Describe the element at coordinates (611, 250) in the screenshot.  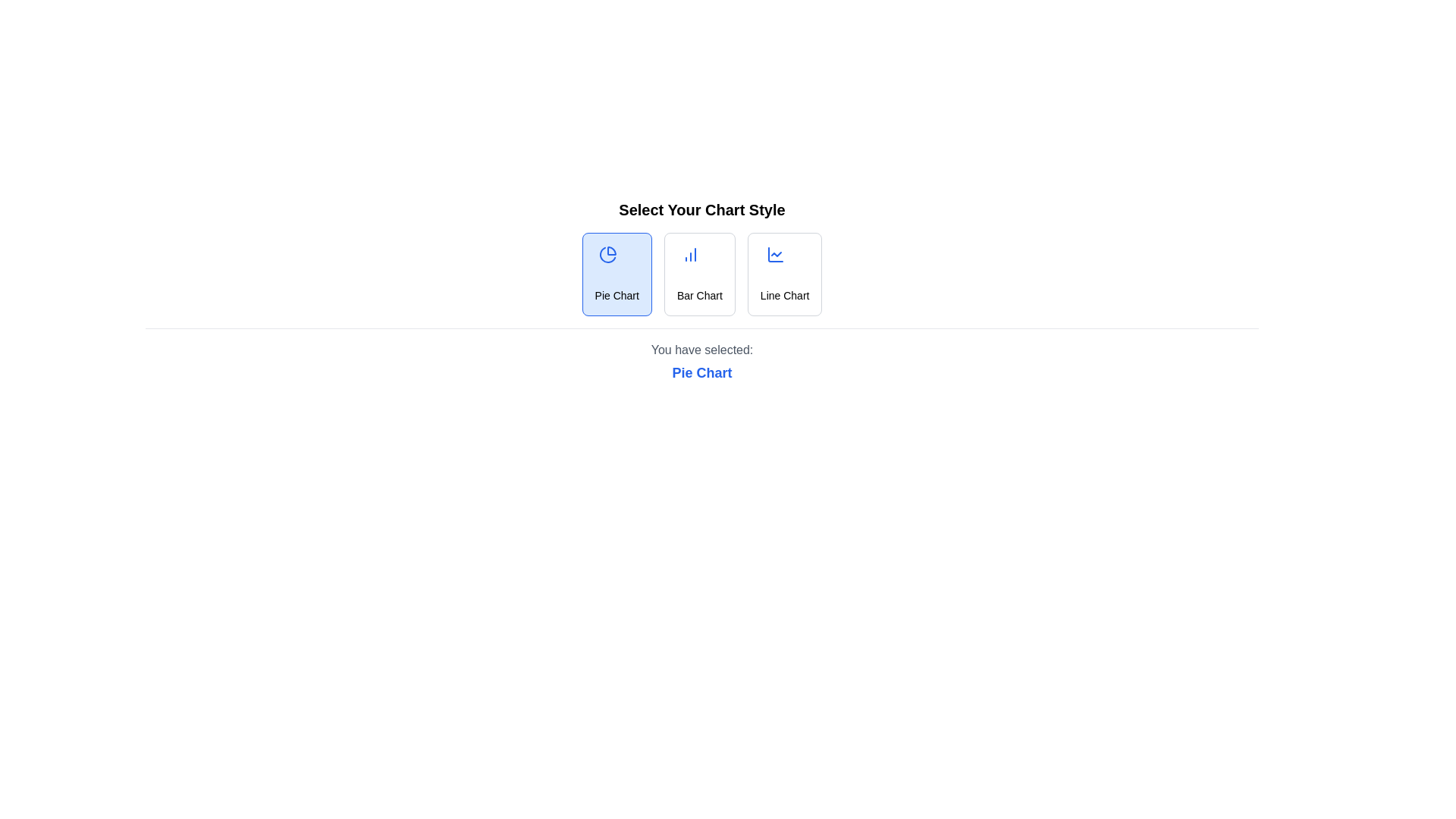
I see `the pie segment icon located on the top right of the pie chart icon, which visually represents part of the pie chart` at that location.